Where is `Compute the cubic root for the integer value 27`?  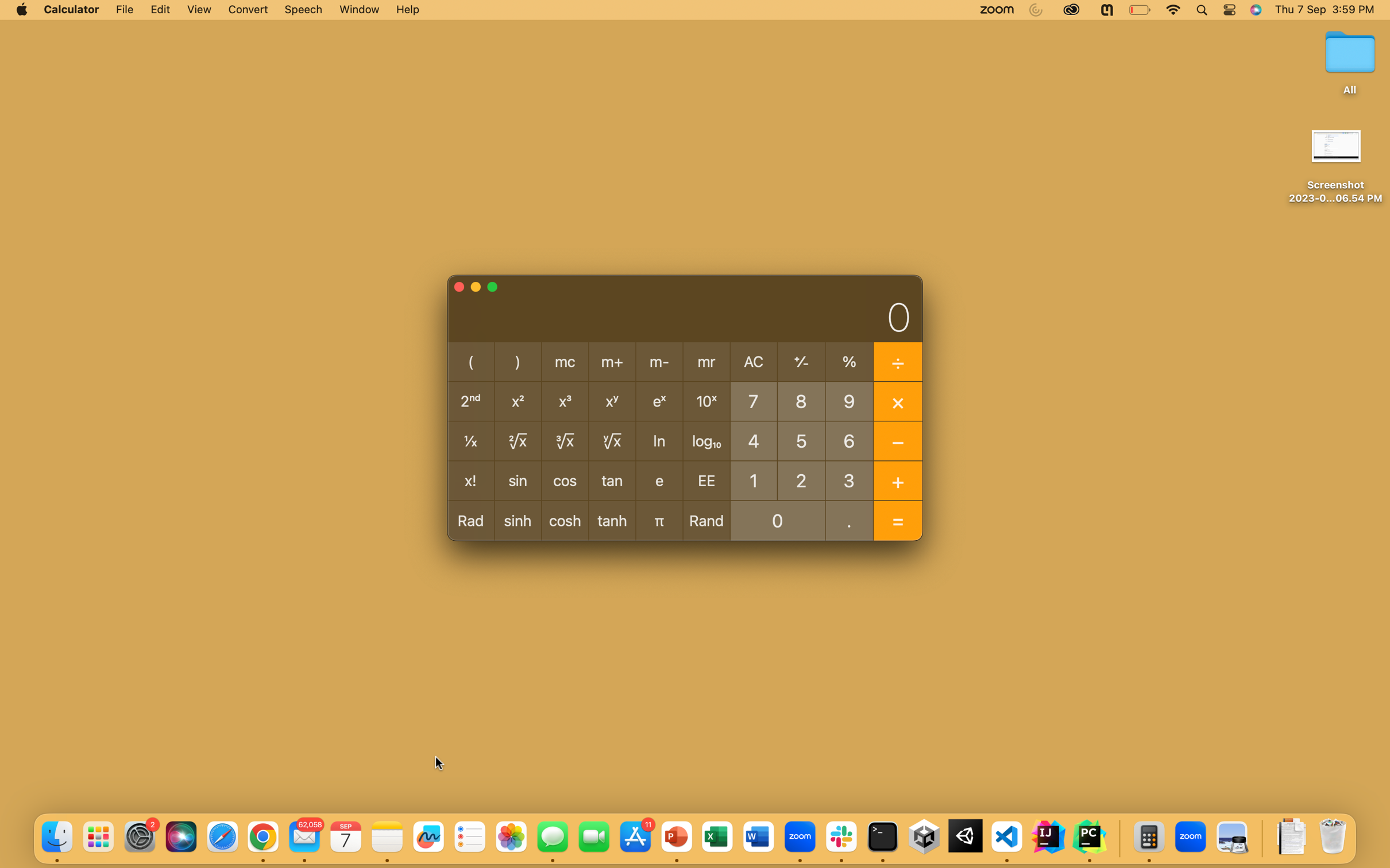
Compute the cubic root for the integer value 27 is located at coordinates (801, 479).